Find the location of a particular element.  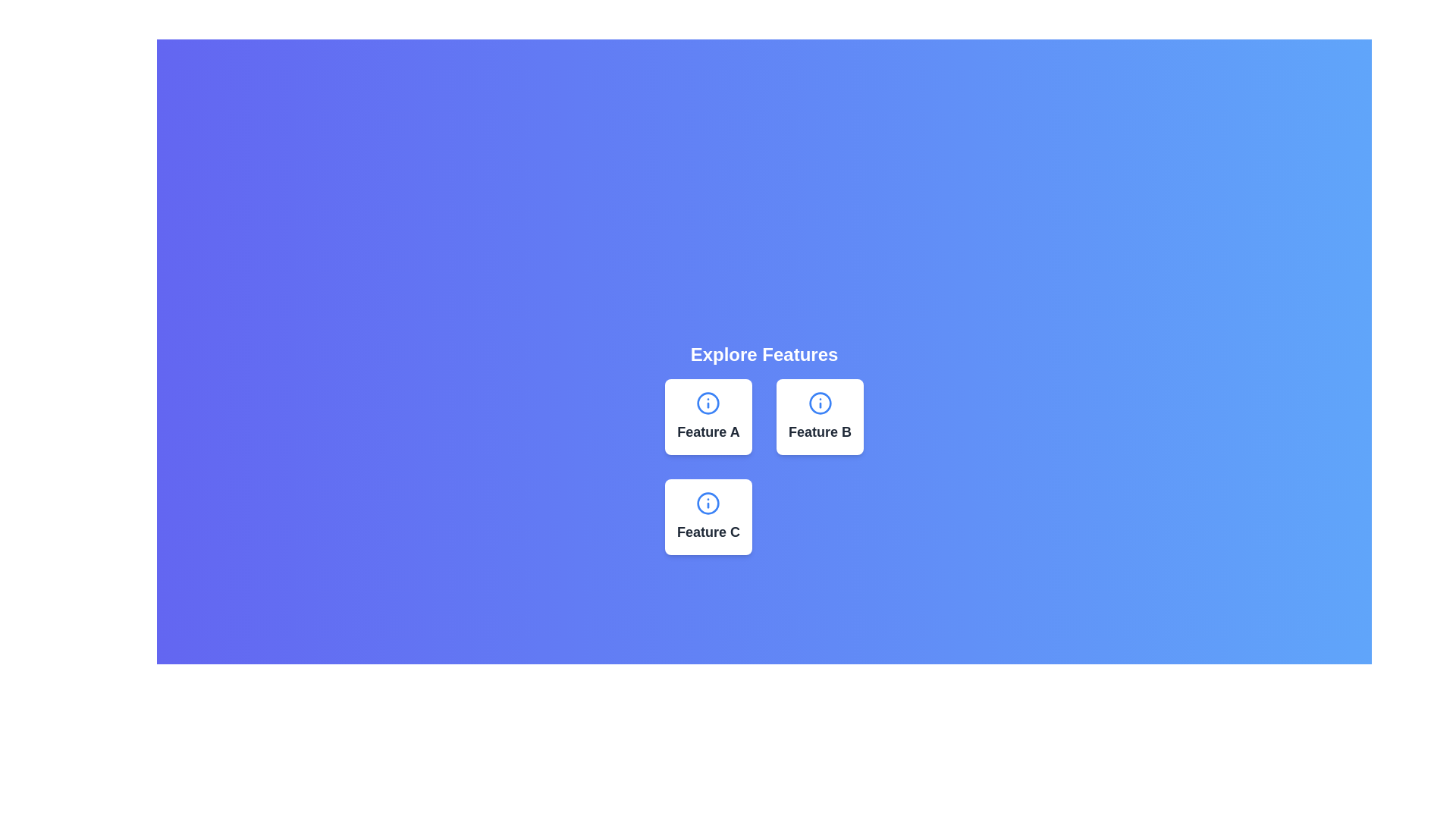

the middle card in the grid is located at coordinates (819, 417).